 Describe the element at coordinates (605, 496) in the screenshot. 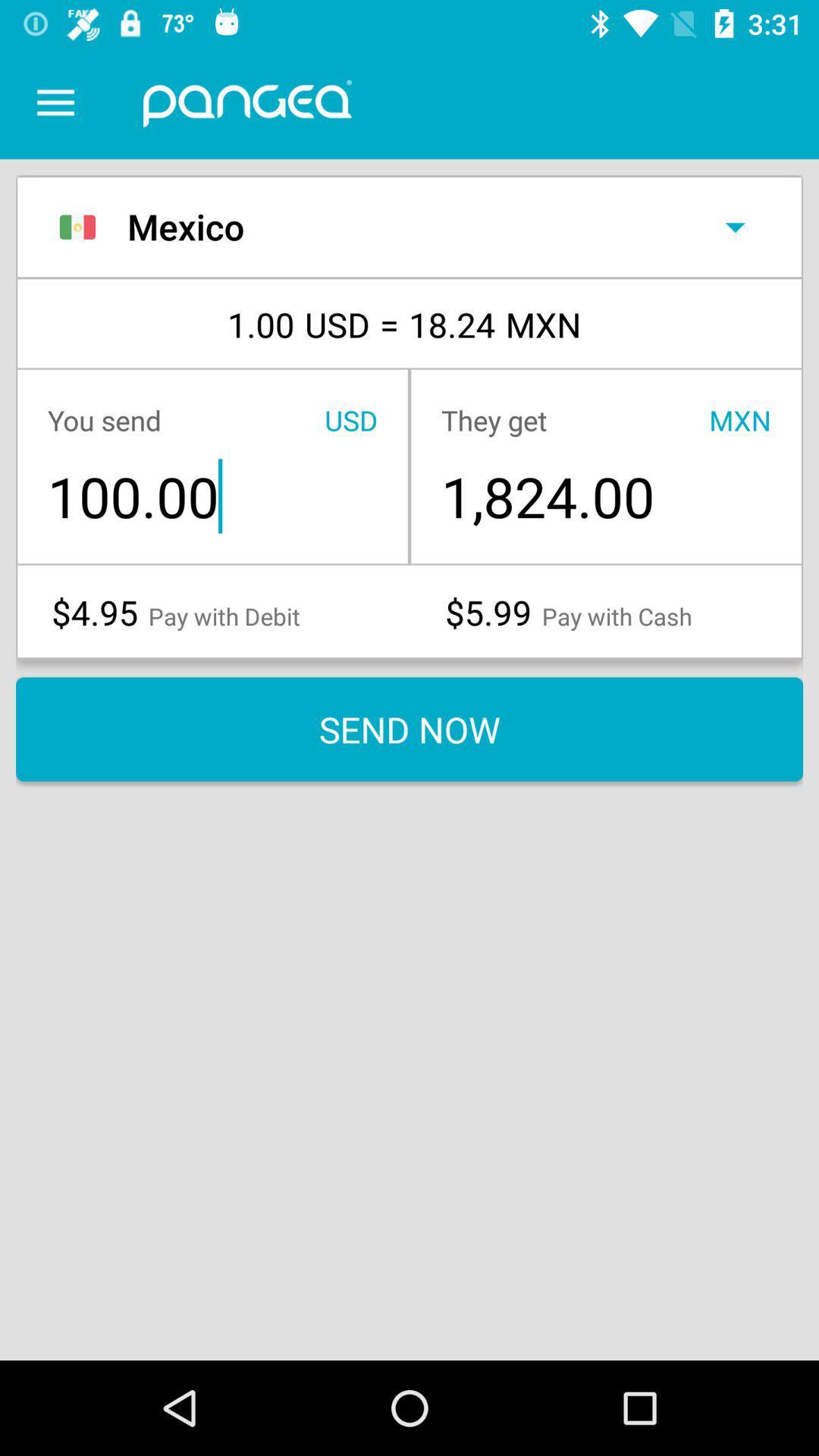

I see `item to the right of the 100.00` at that location.